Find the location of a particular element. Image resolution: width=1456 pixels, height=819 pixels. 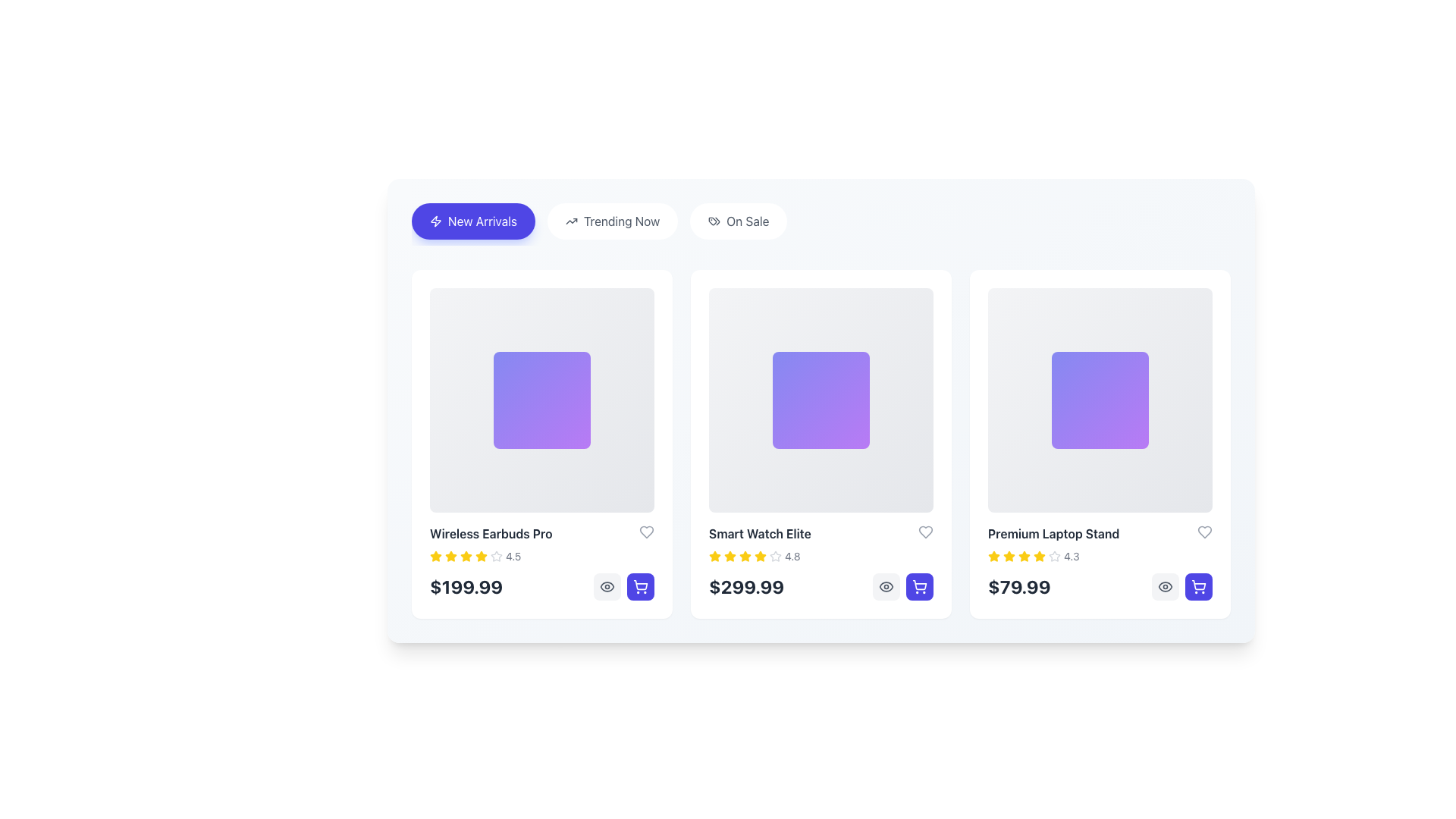

the Rating Indicator for the 'Smart Watch Elite' is located at coordinates (821, 556).